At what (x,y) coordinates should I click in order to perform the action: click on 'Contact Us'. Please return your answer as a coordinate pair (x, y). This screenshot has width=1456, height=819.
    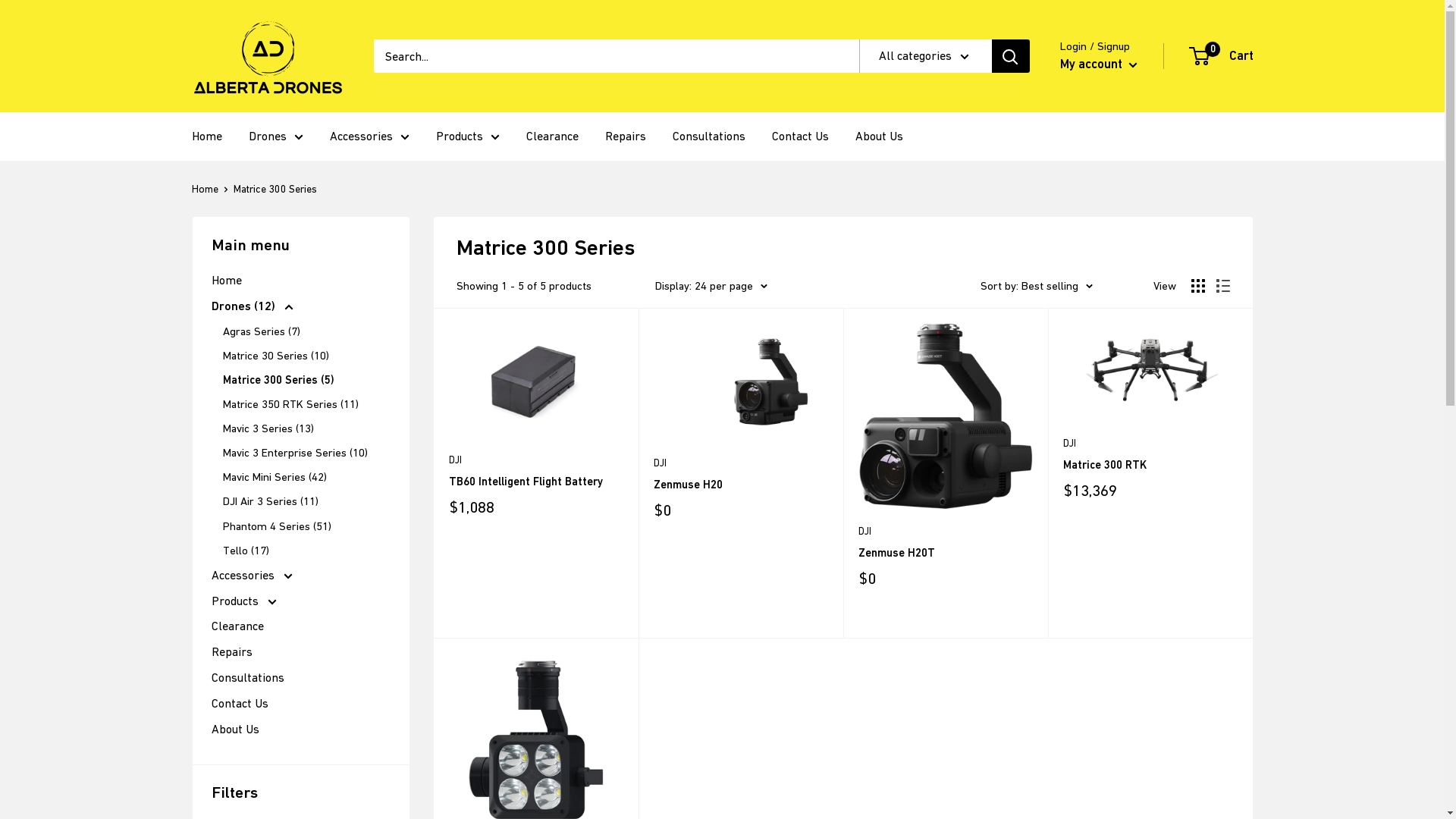
    Looking at the image, I should click on (300, 704).